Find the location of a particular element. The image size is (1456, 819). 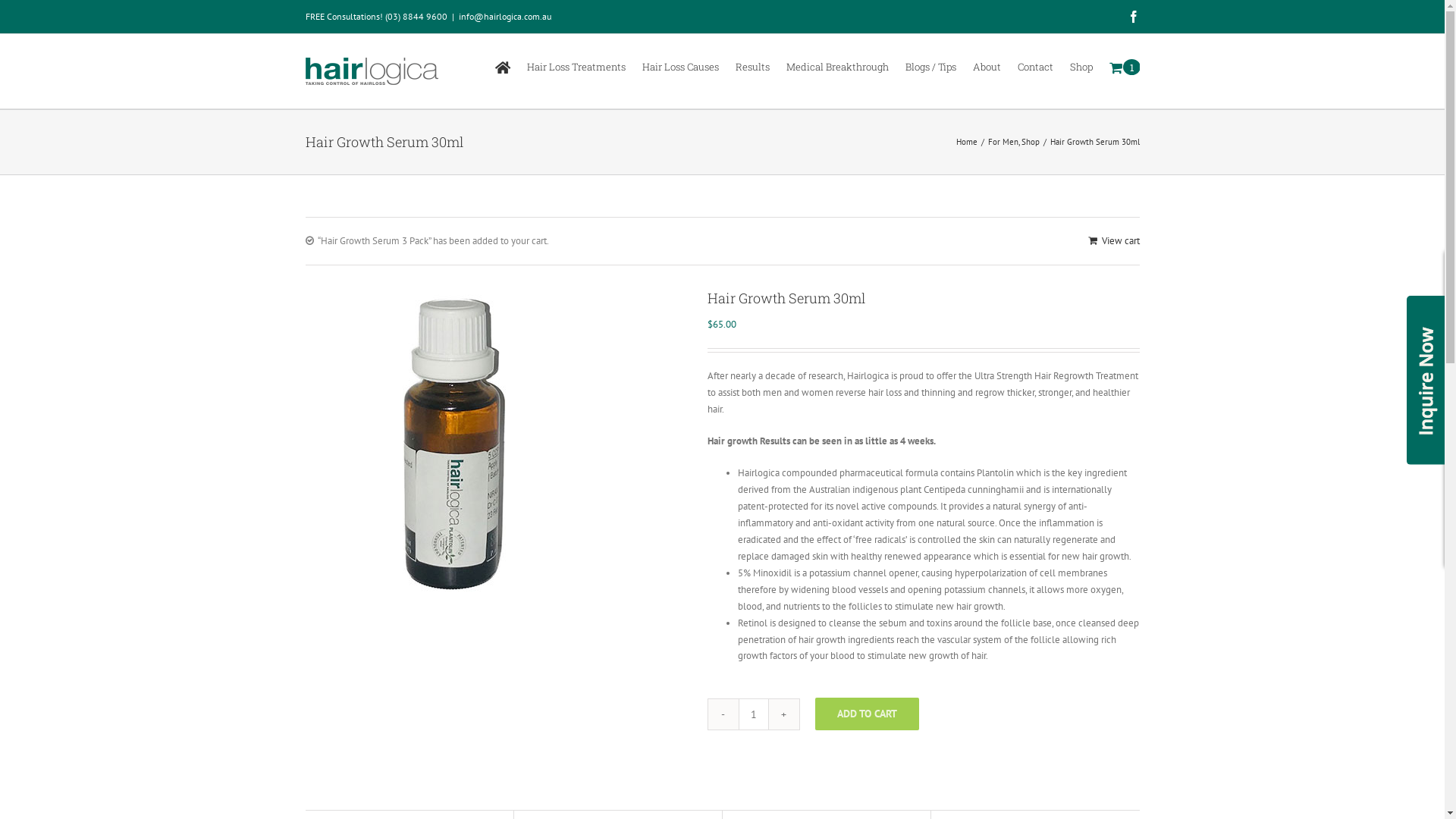

'View cart' is located at coordinates (1113, 240).